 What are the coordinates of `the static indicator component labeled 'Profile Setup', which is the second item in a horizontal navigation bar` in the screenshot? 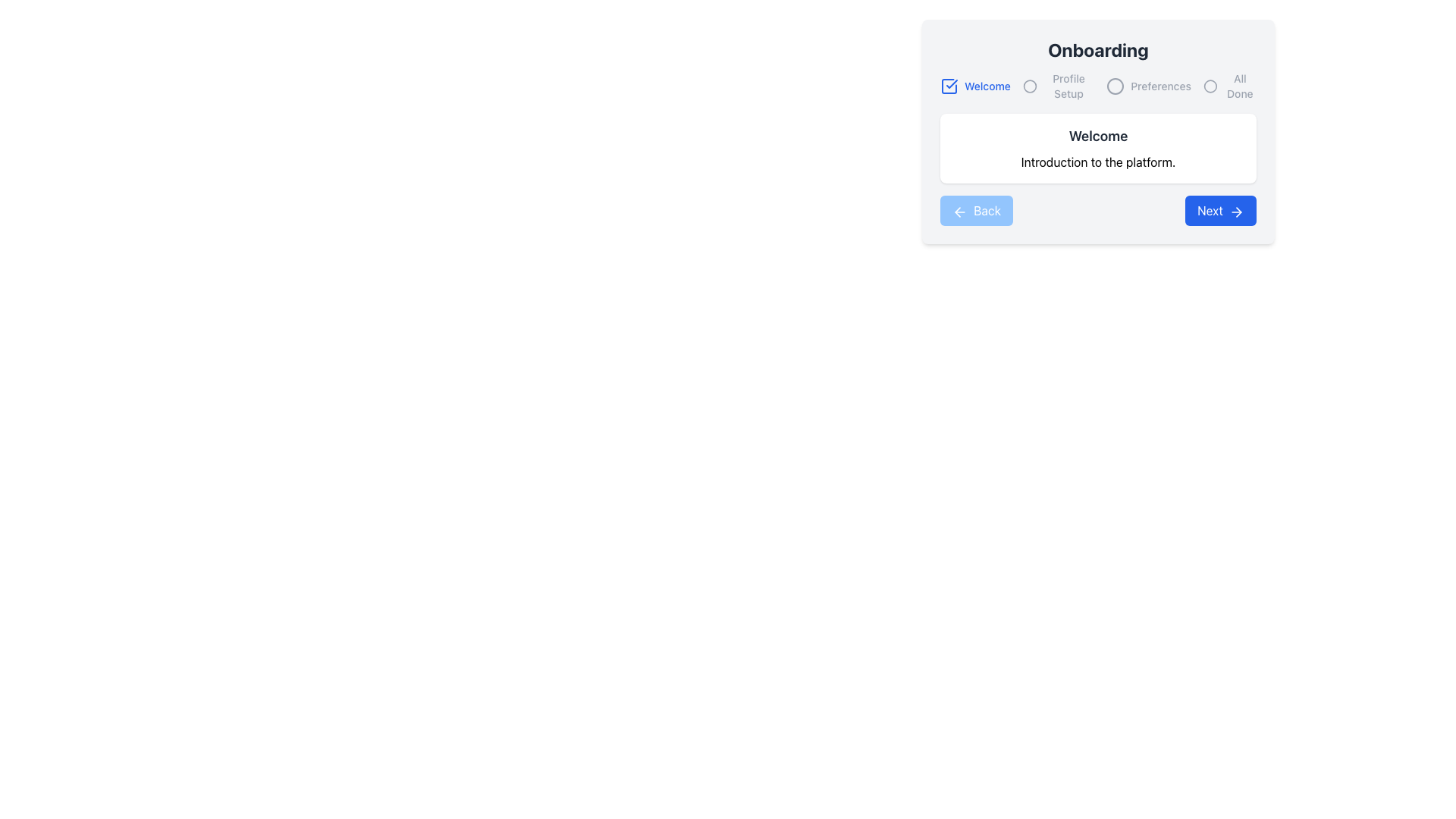 It's located at (1058, 86).